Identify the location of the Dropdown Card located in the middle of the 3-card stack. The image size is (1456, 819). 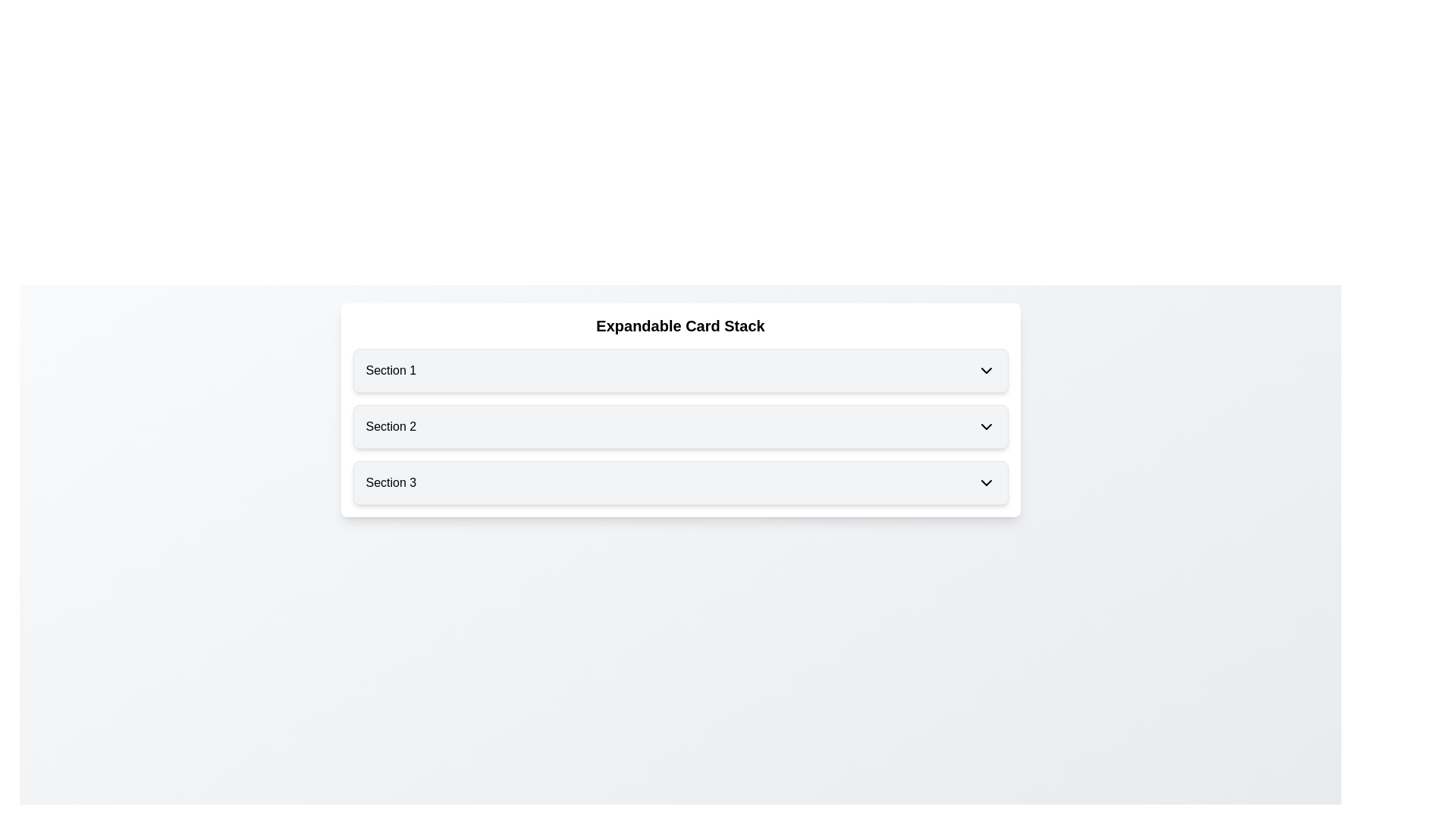
(679, 427).